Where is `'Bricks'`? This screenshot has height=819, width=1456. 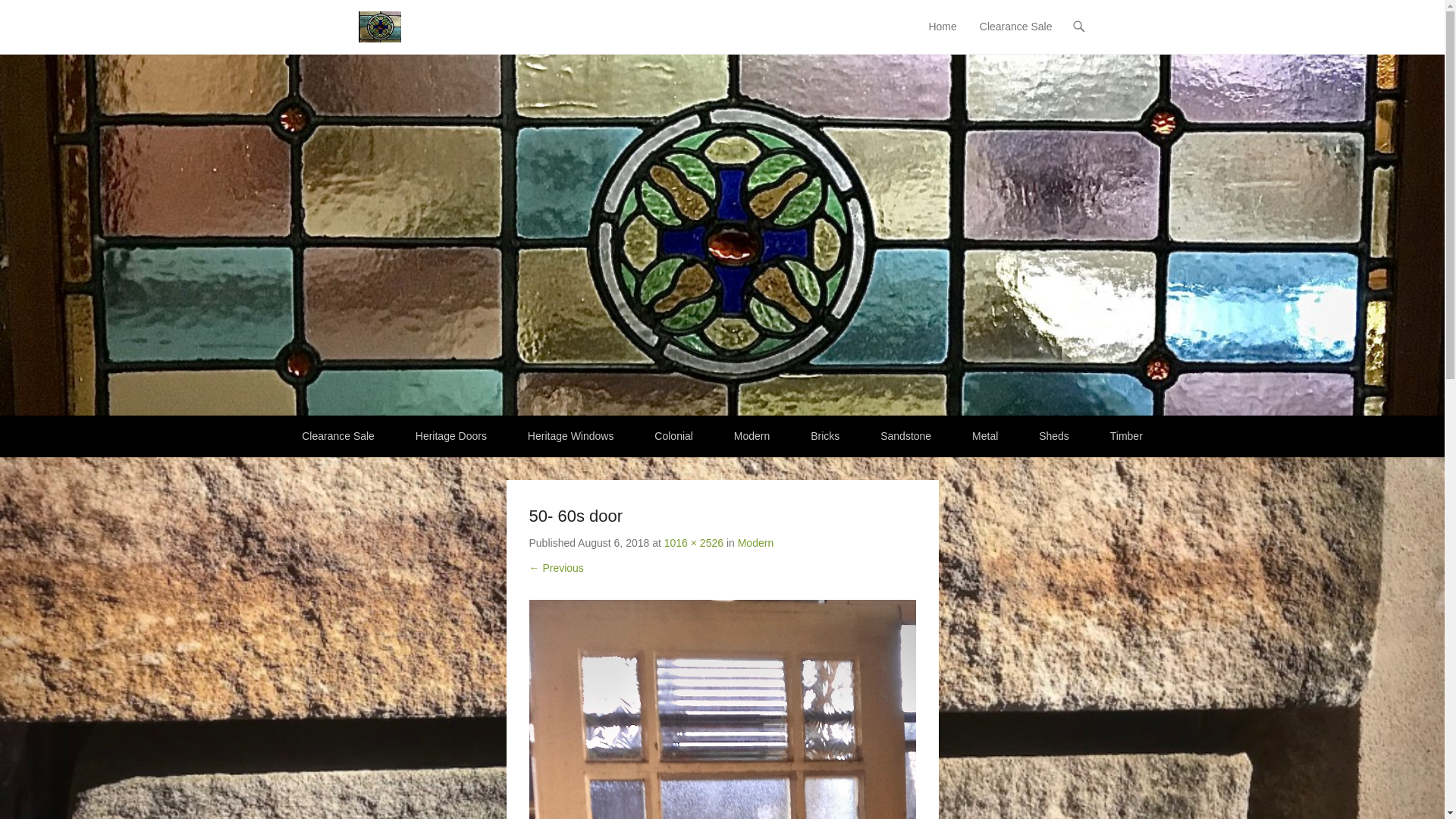
'Bricks' is located at coordinates (824, 436).